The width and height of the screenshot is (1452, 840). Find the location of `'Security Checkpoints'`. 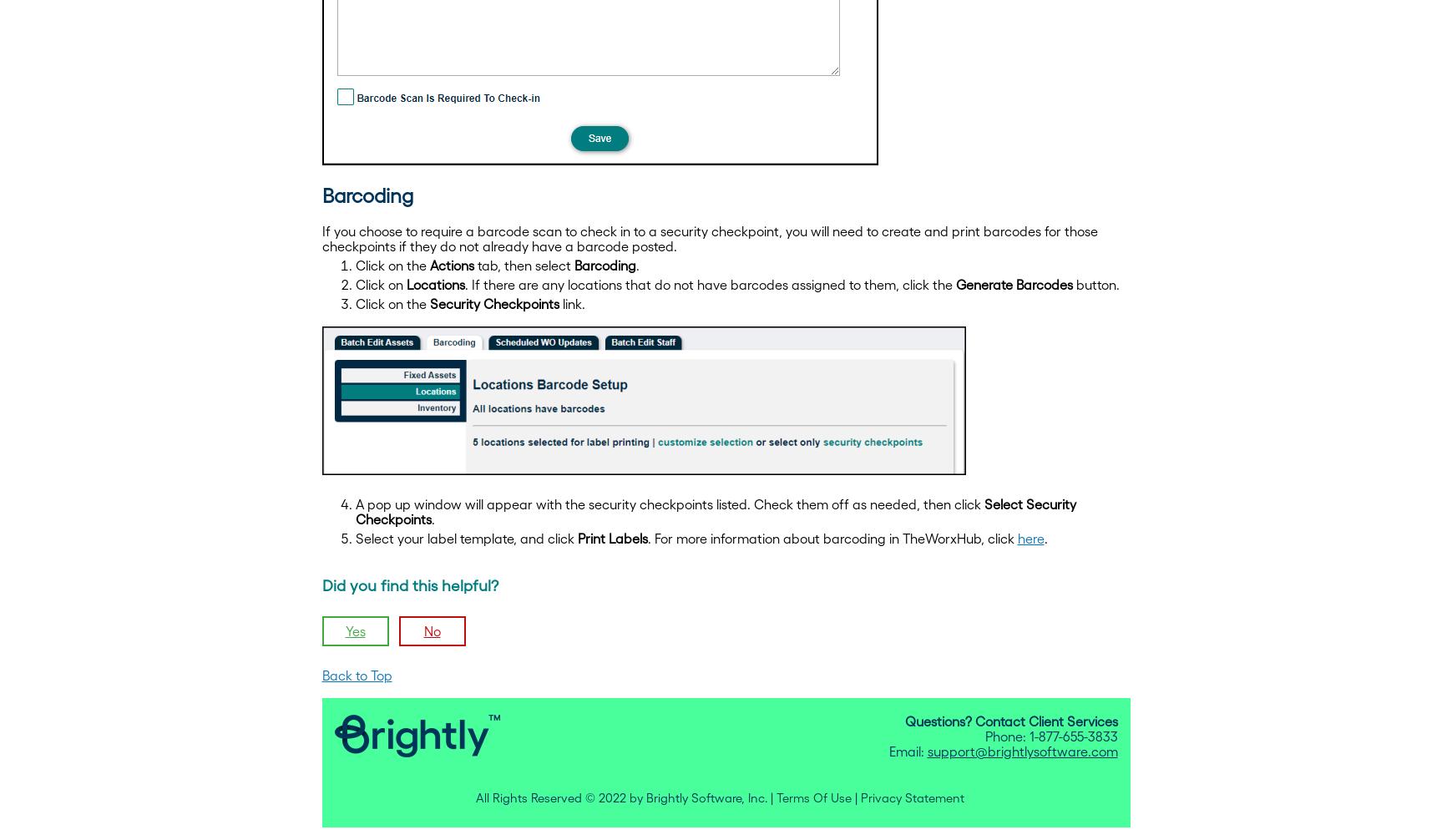

'Security Checkpoints' is located at coordinates (493, 301).